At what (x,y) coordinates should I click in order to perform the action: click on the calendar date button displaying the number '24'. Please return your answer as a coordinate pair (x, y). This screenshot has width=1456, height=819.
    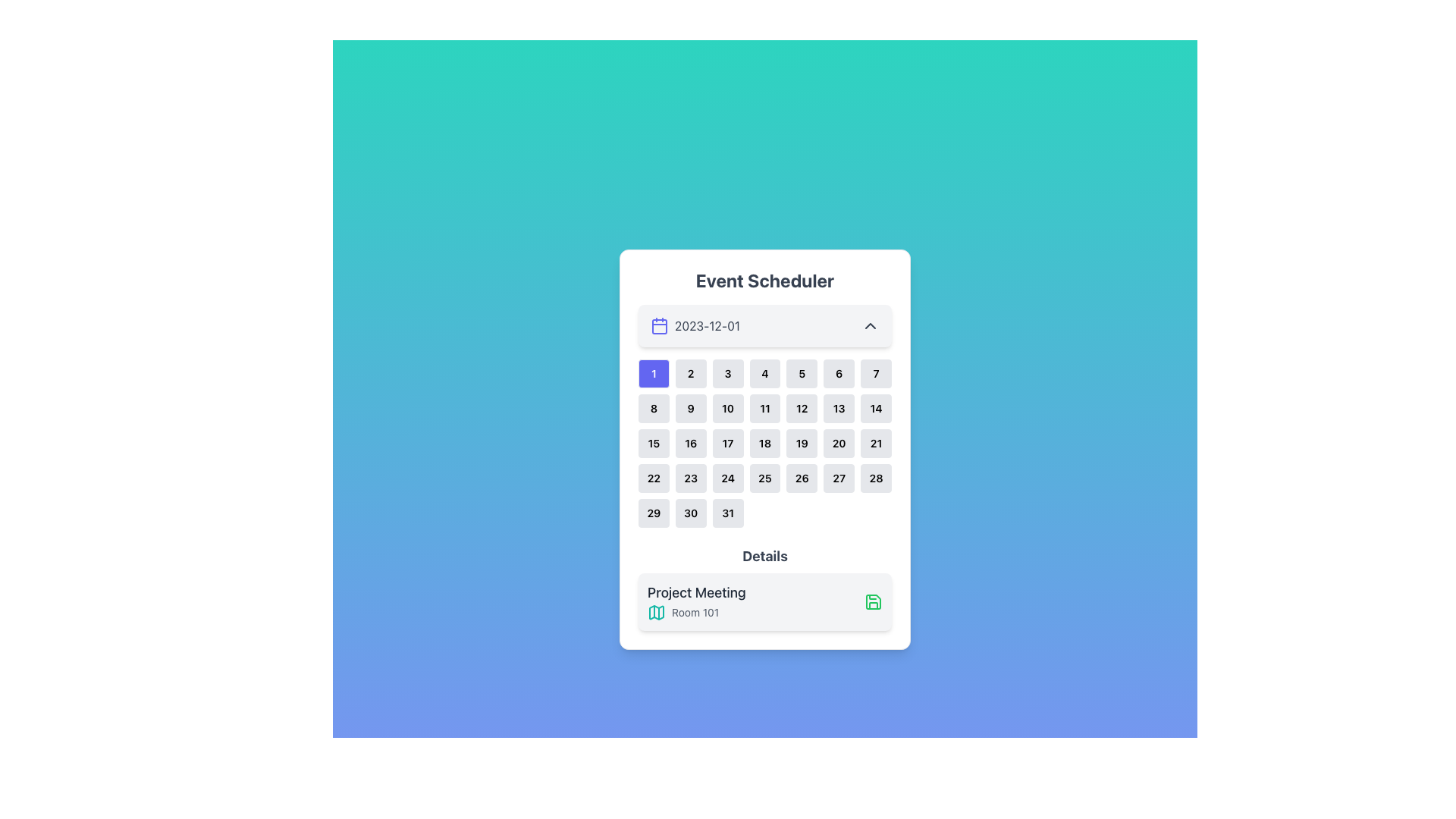
    Looking at the image, I should click on (728, 479).